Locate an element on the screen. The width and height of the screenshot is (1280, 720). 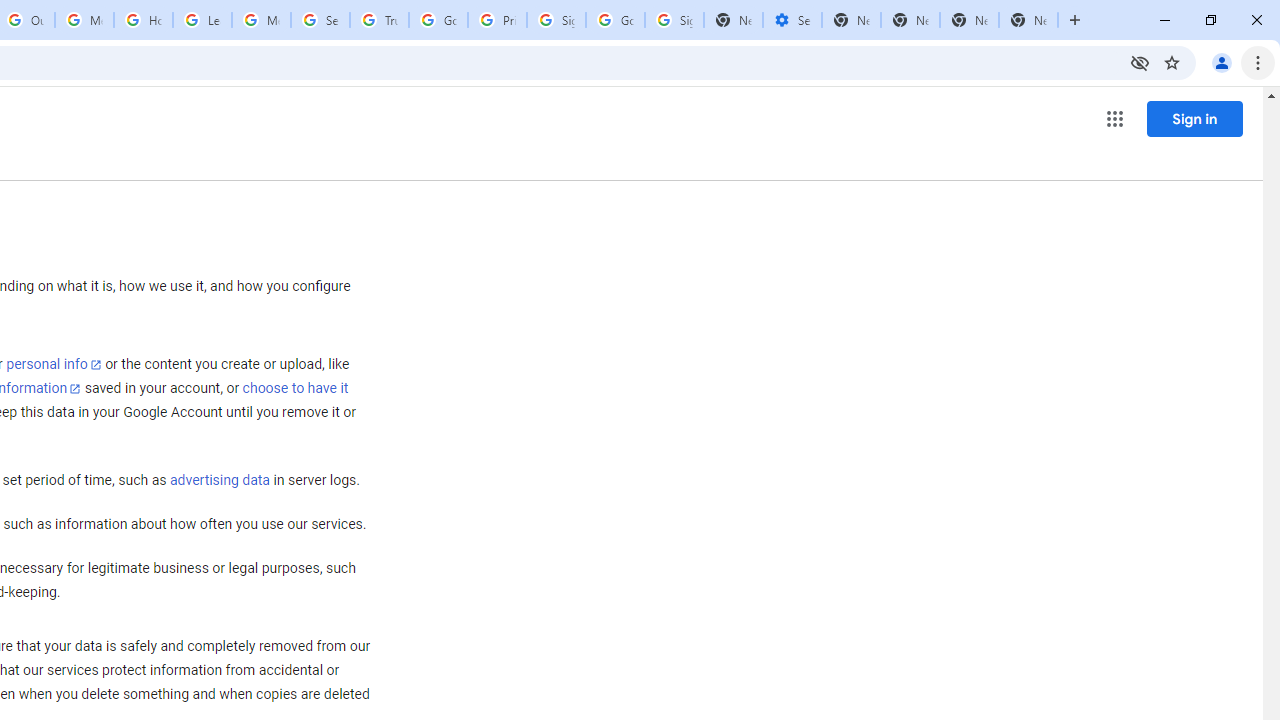
'Search our Doodle Library Collection - Google Doodles' is located at coordinates (320, 20).